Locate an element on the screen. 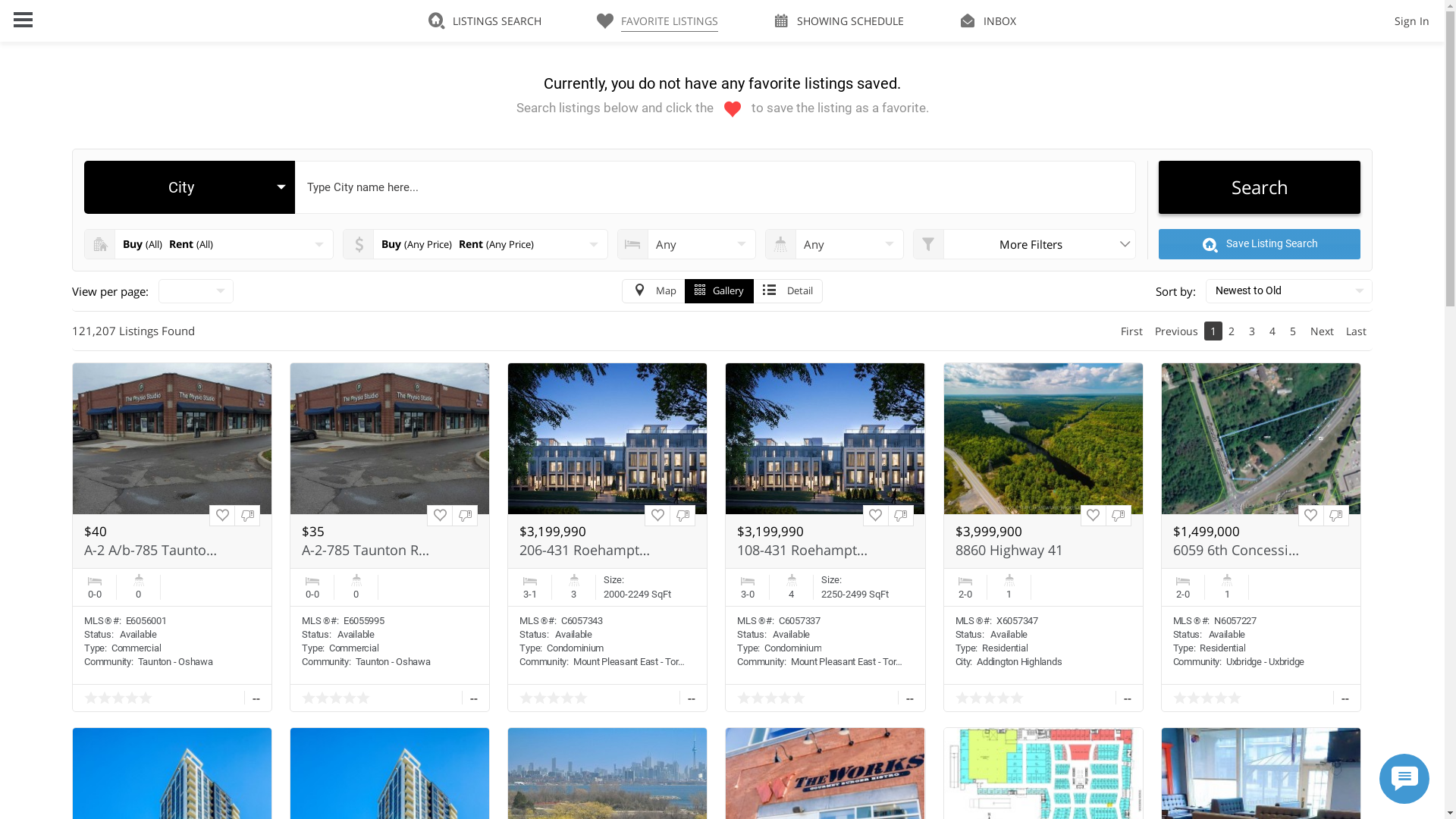 The height and width of the screenshot is (819, 1456). 'LISTINGS SEARCH' is located at coordinates (484, 20).